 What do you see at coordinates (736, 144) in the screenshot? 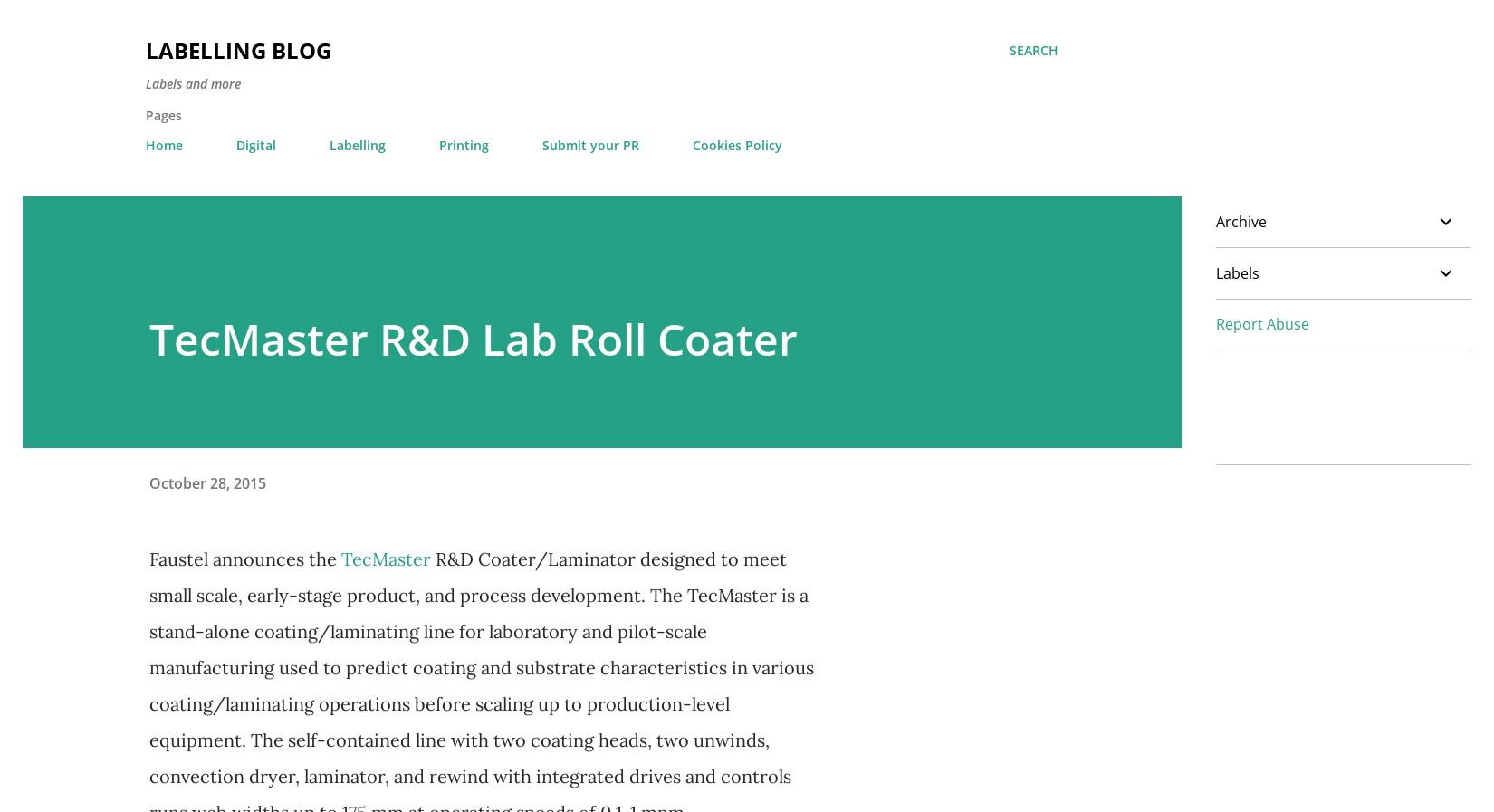
I see `'Cookies Policy'` at bounding box center [736, 144].